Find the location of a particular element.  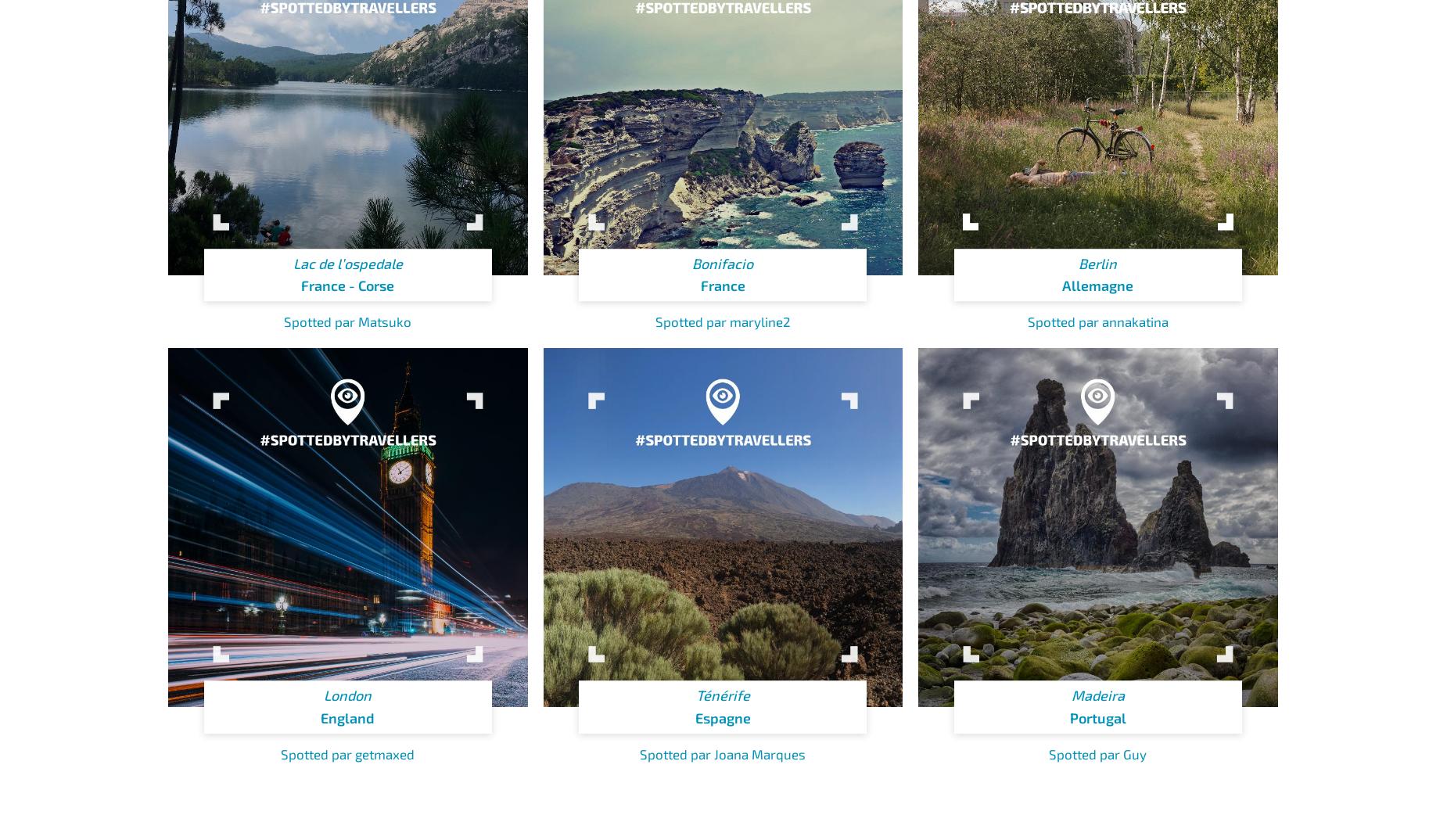

'Lac de l’ospedale' is located at coordinates (346, 261).